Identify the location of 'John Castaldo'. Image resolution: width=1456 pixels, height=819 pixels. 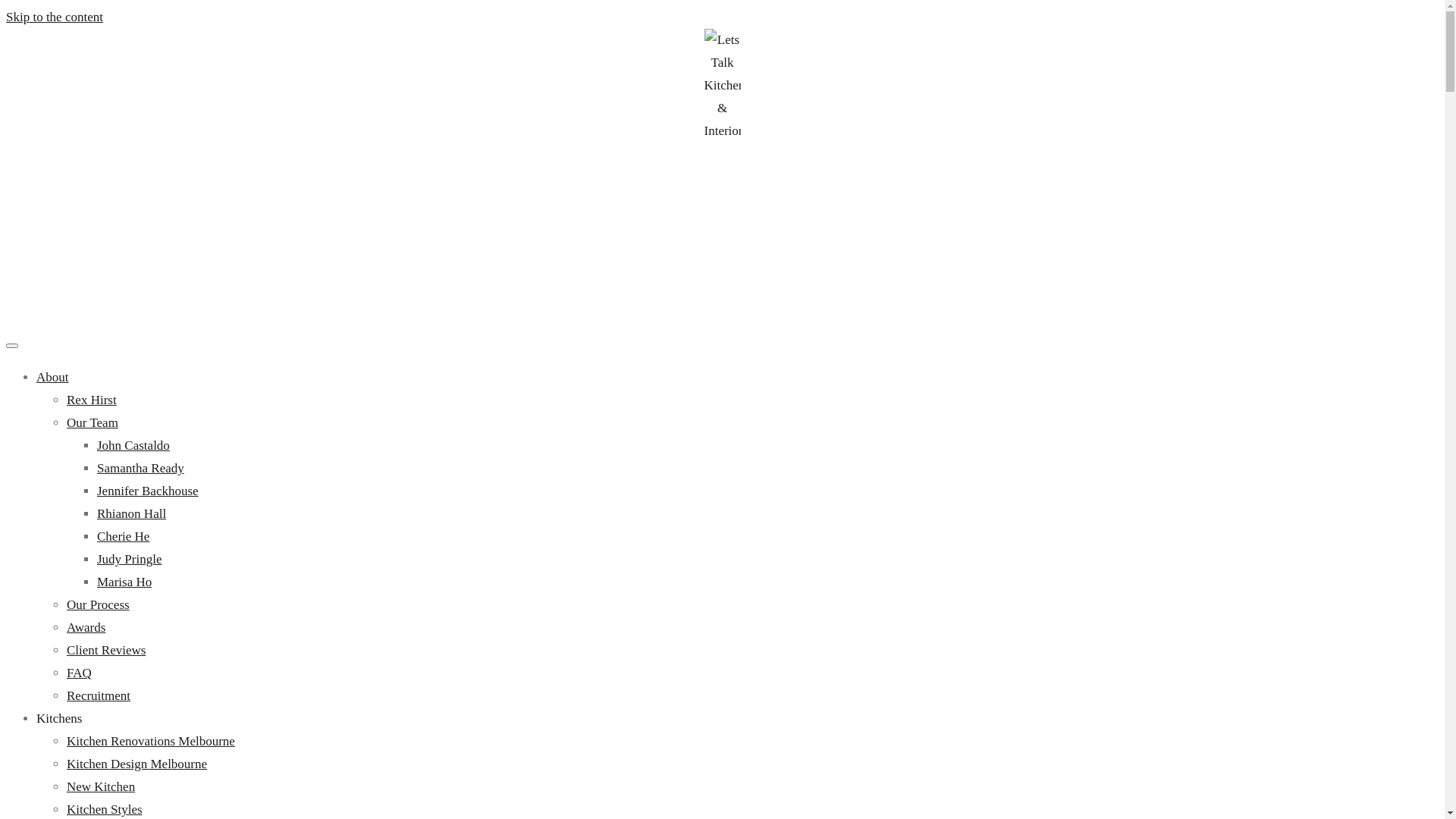
(133, 444).